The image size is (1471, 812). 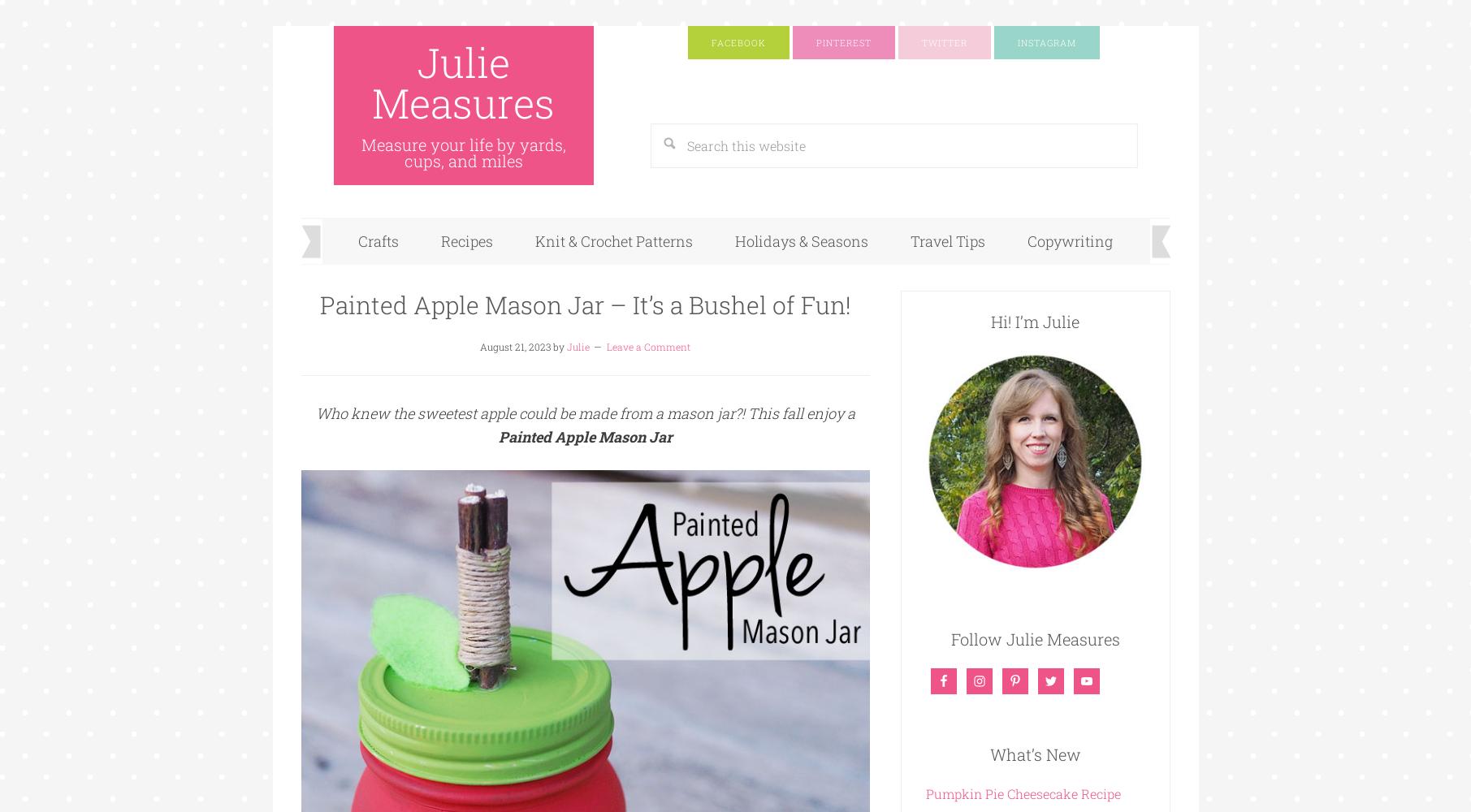 What do you see at coordinates (462, 82) in the screenshot?
I see `'Julie Measures'` at bounding box center [462, 82].